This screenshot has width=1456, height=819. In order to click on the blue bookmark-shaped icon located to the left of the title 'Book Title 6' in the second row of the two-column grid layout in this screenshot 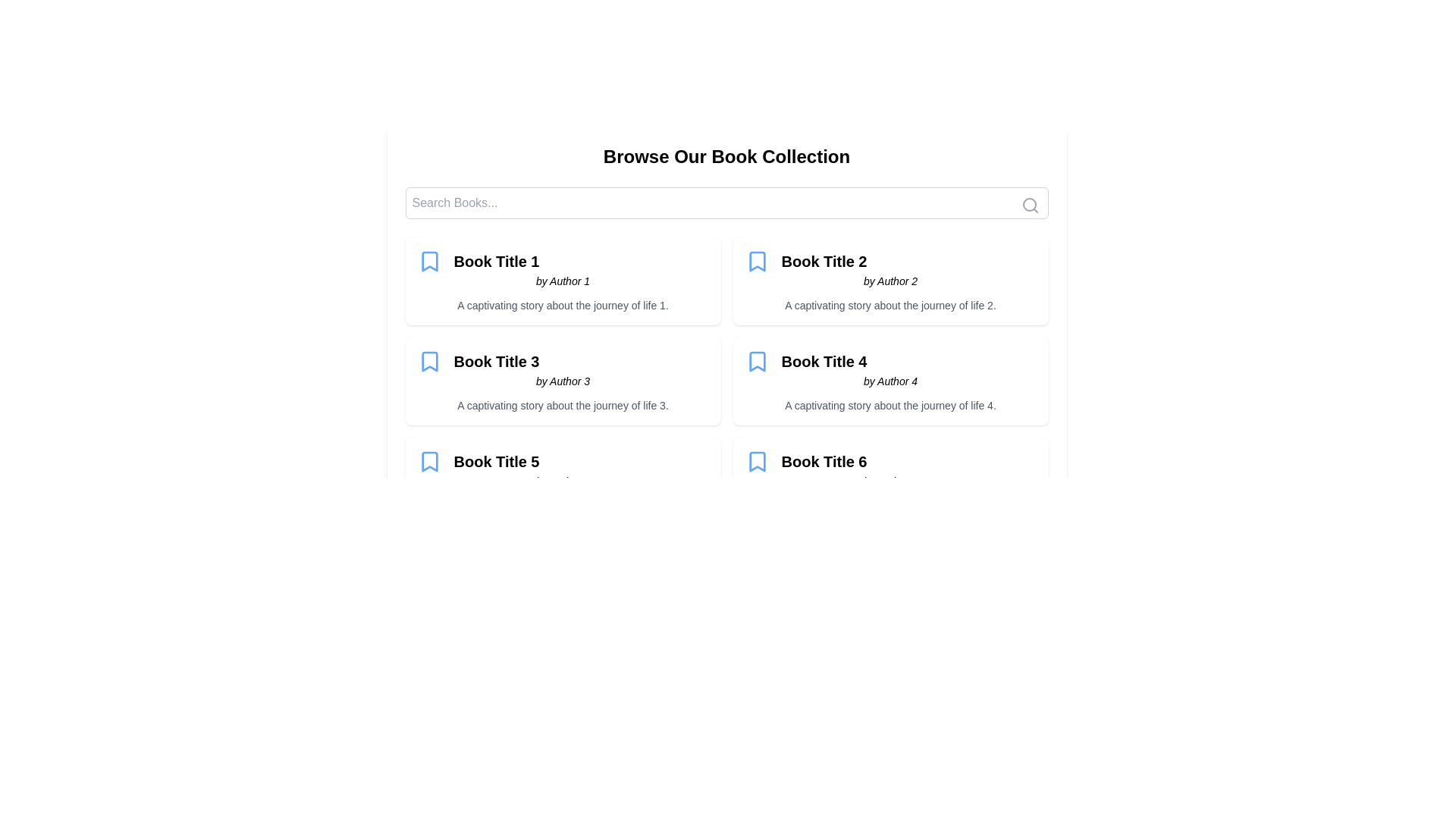, I will do `click(757, 461)`.